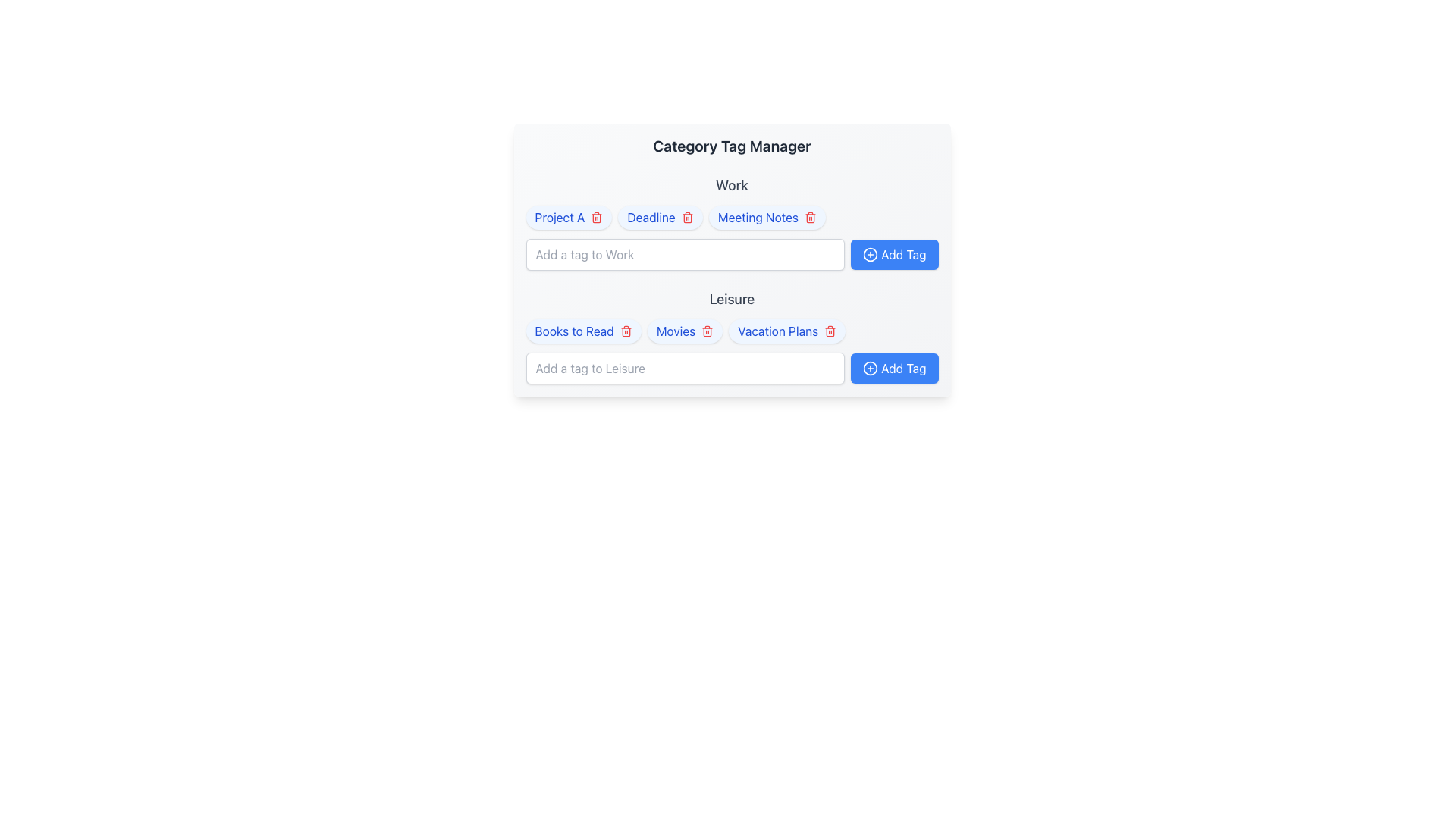 The image size is (1456, 819). Describe the element at coordinates (758, 217) in the screenshot. I see `the 'Meeting Notes' text label in the 'Work' category` at that location.